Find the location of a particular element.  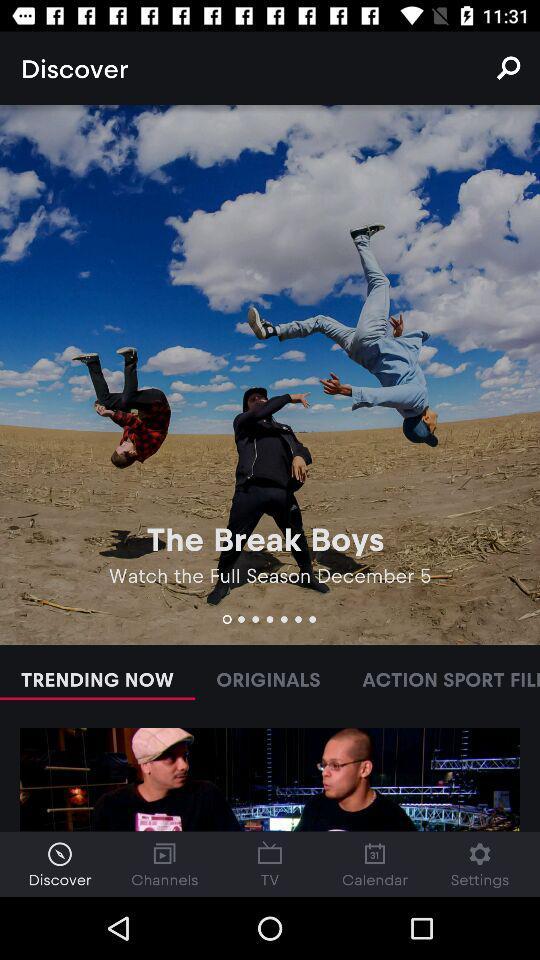

the time icon is located at coordinates (59, 863).